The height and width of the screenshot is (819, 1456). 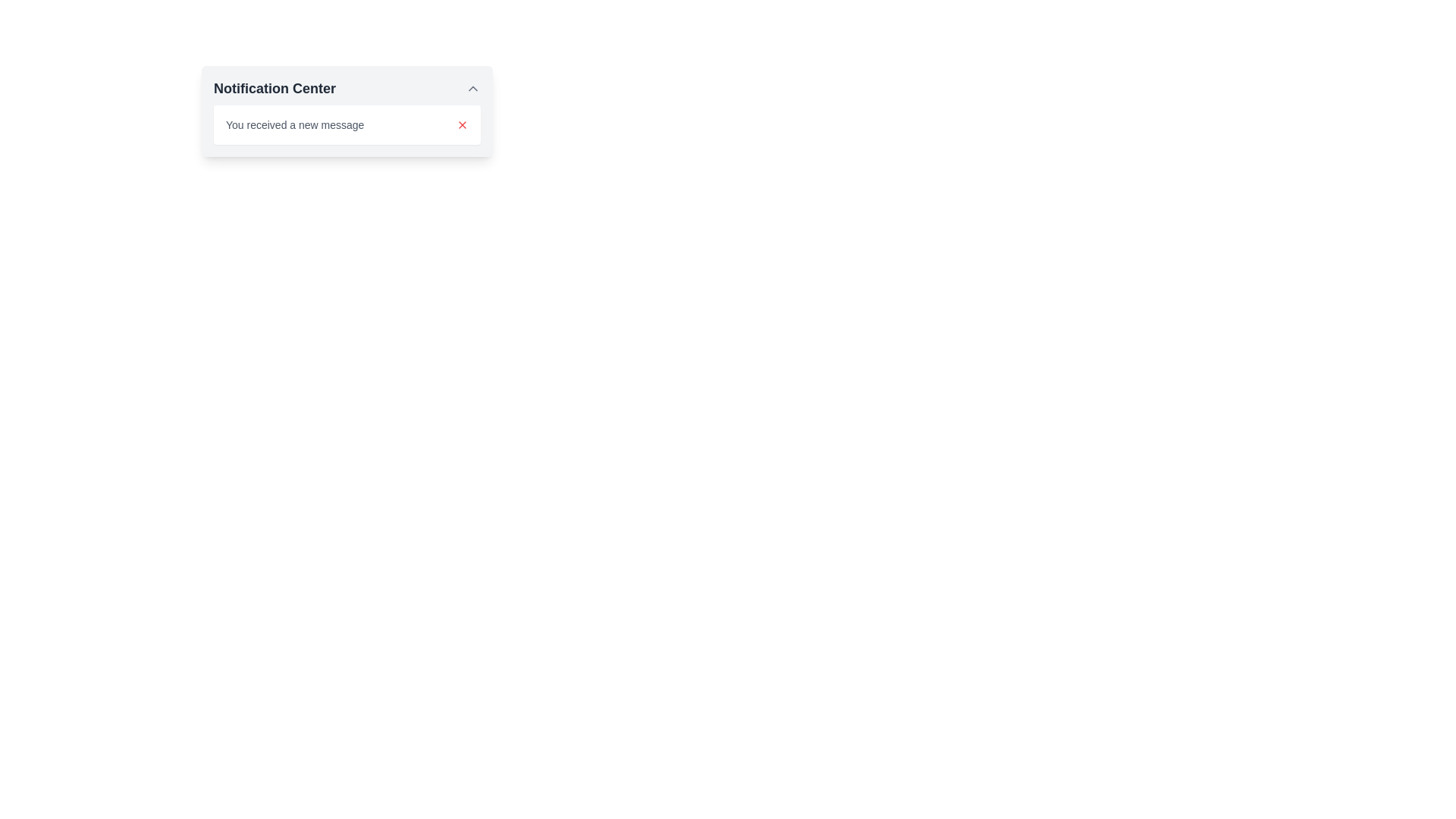 What do you see at coordinates (275, 88) in the screenshot?
I see `the Label that serves as the heading for the notification panel located at the top-left of the dropdown panel` at bounding box center [275, 88].